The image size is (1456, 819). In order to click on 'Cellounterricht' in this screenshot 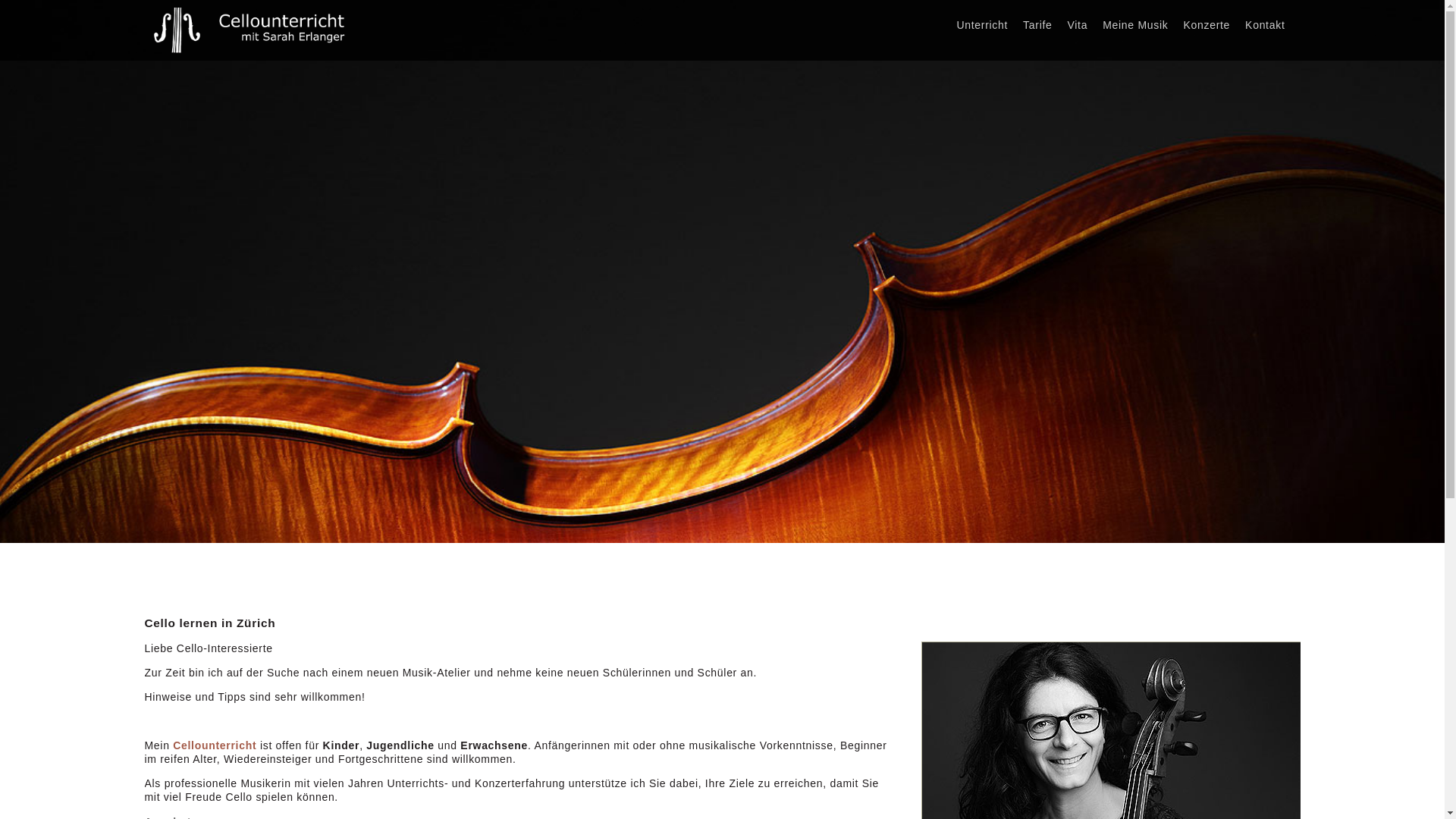, I will do `click(214, 745)`.